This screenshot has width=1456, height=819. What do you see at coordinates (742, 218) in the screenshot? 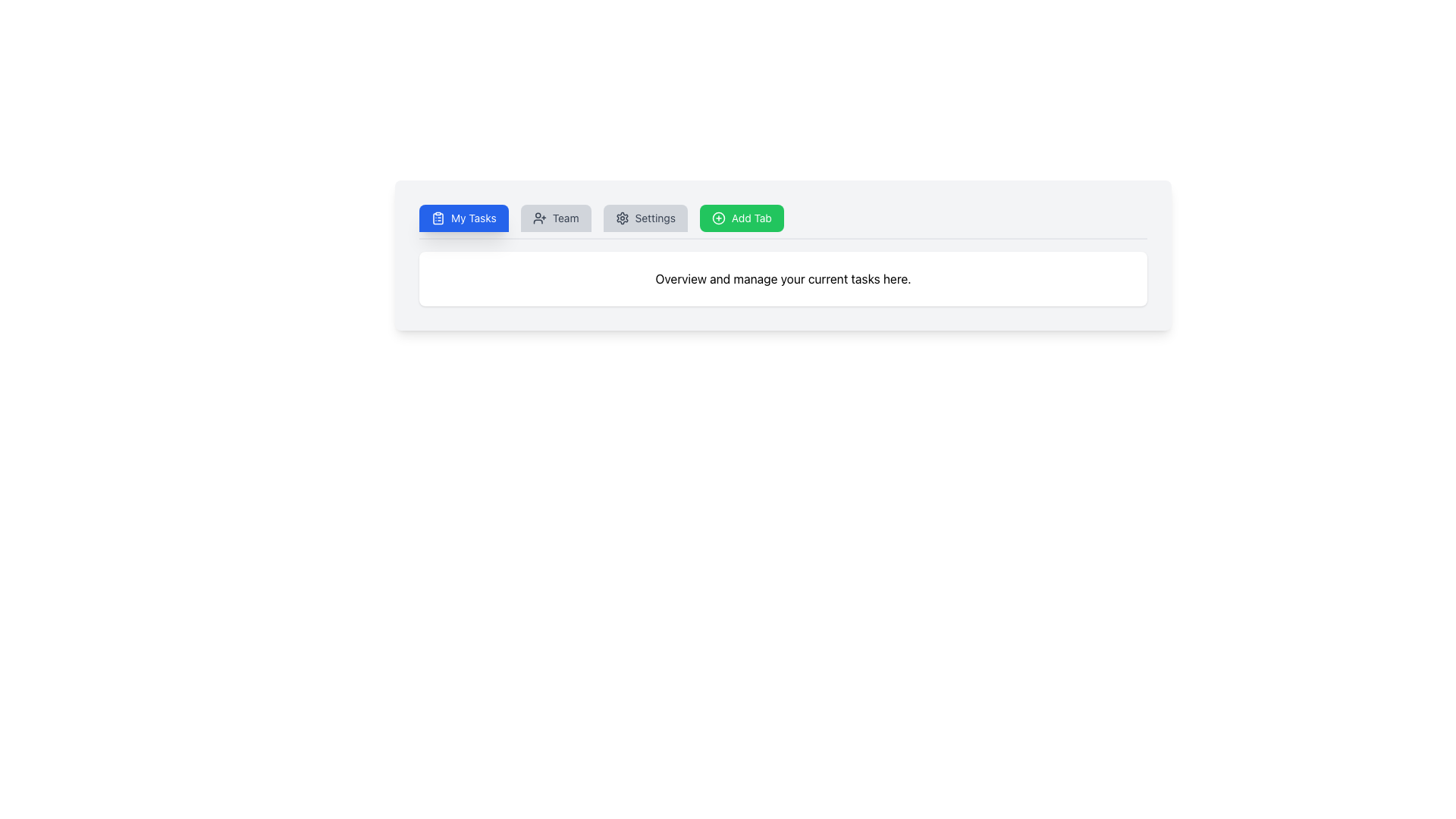
I see `the 'Add Tab' button, which is a rectangular button with rounded corners, green background, and white text, located at the far right of the top navigation bar` at bounding box center [742, 218].